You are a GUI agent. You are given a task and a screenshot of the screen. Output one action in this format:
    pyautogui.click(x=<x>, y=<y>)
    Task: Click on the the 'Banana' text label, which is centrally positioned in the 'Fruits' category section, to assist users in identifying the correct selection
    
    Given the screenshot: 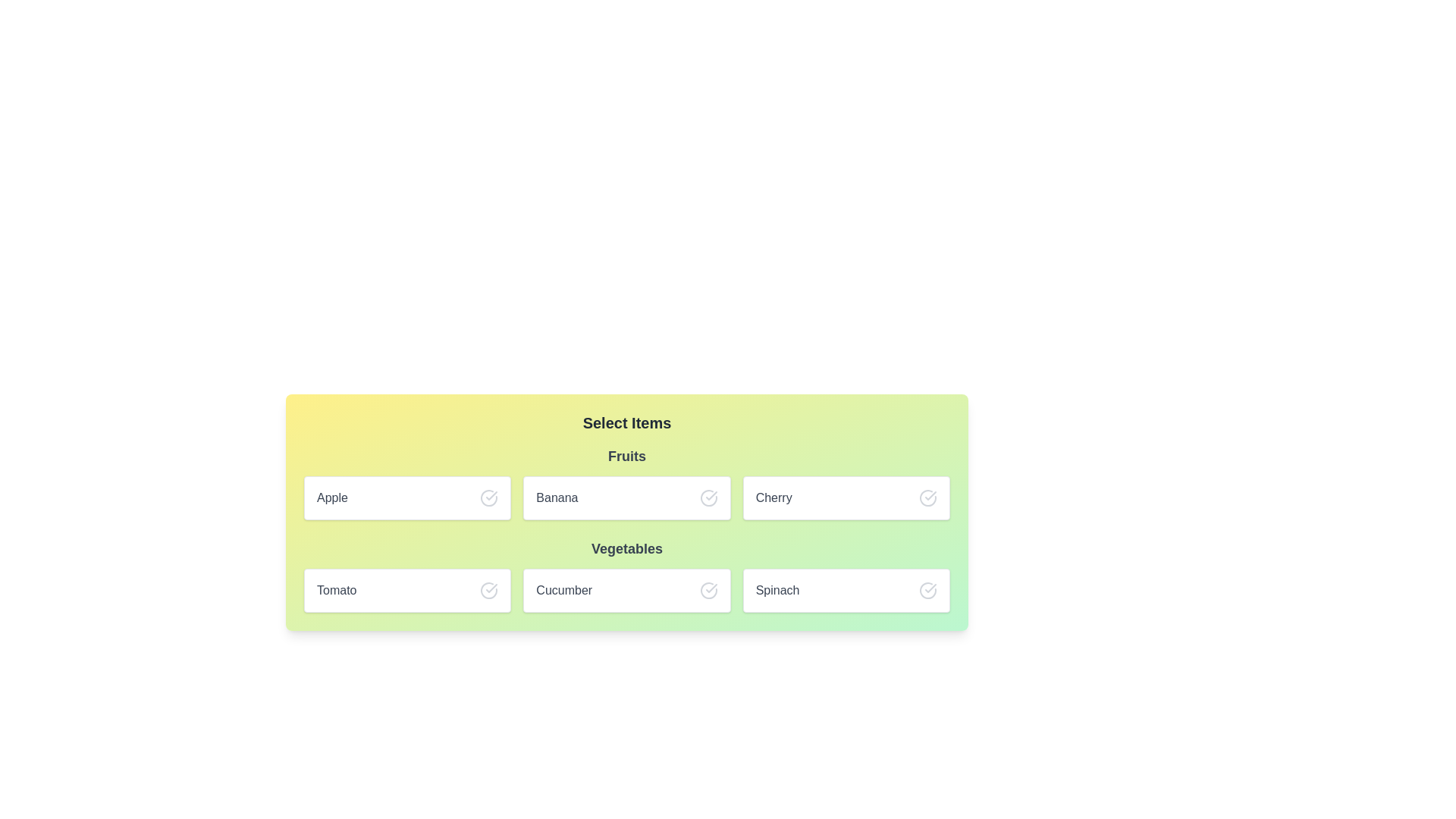 What is the action you would take?
    pyautogui.click(x=556, y=497)
    